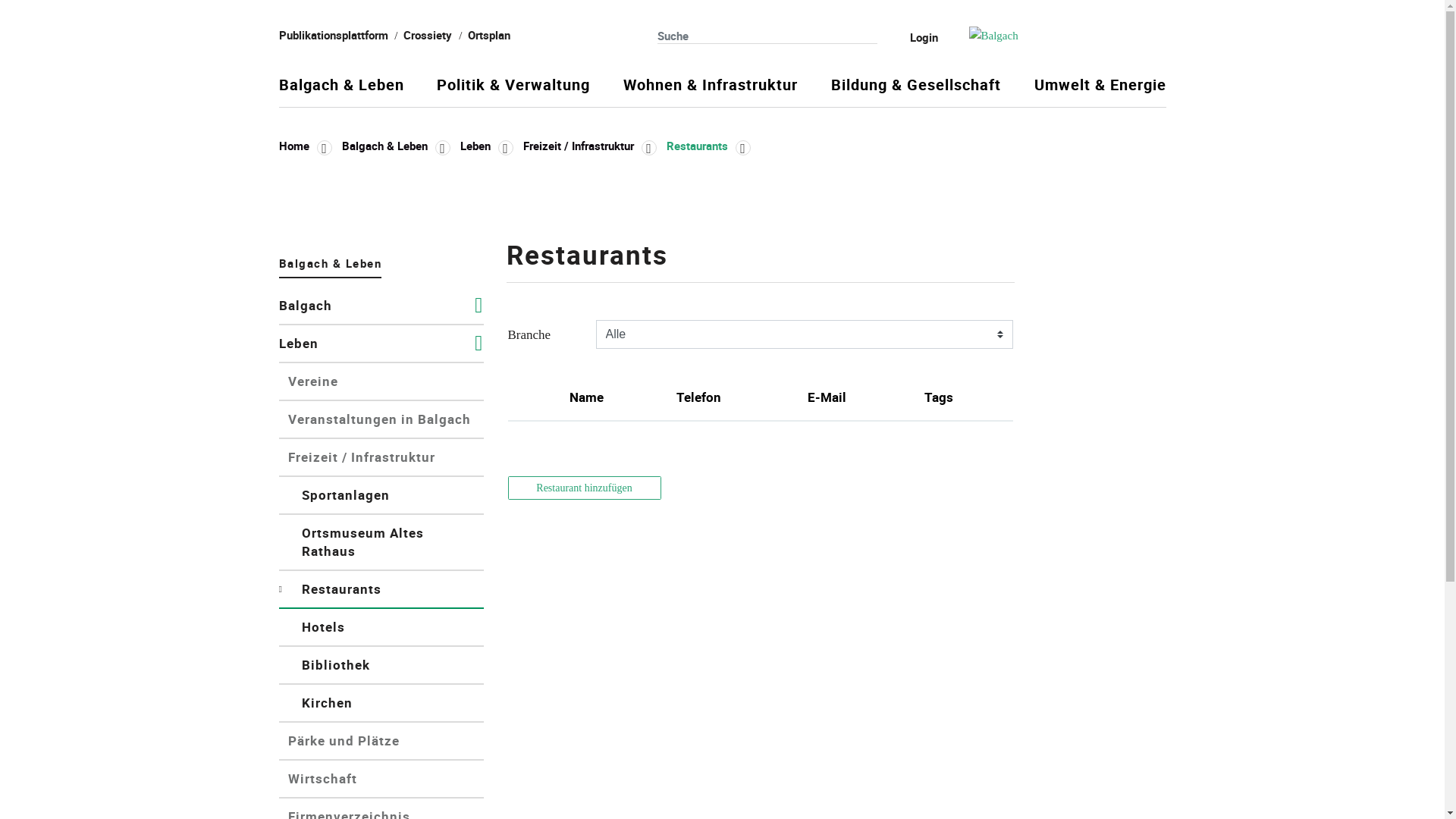 This screenshot has width=1456, height=819. I want to click on 'Publikationsplattform', so click(333, 34).